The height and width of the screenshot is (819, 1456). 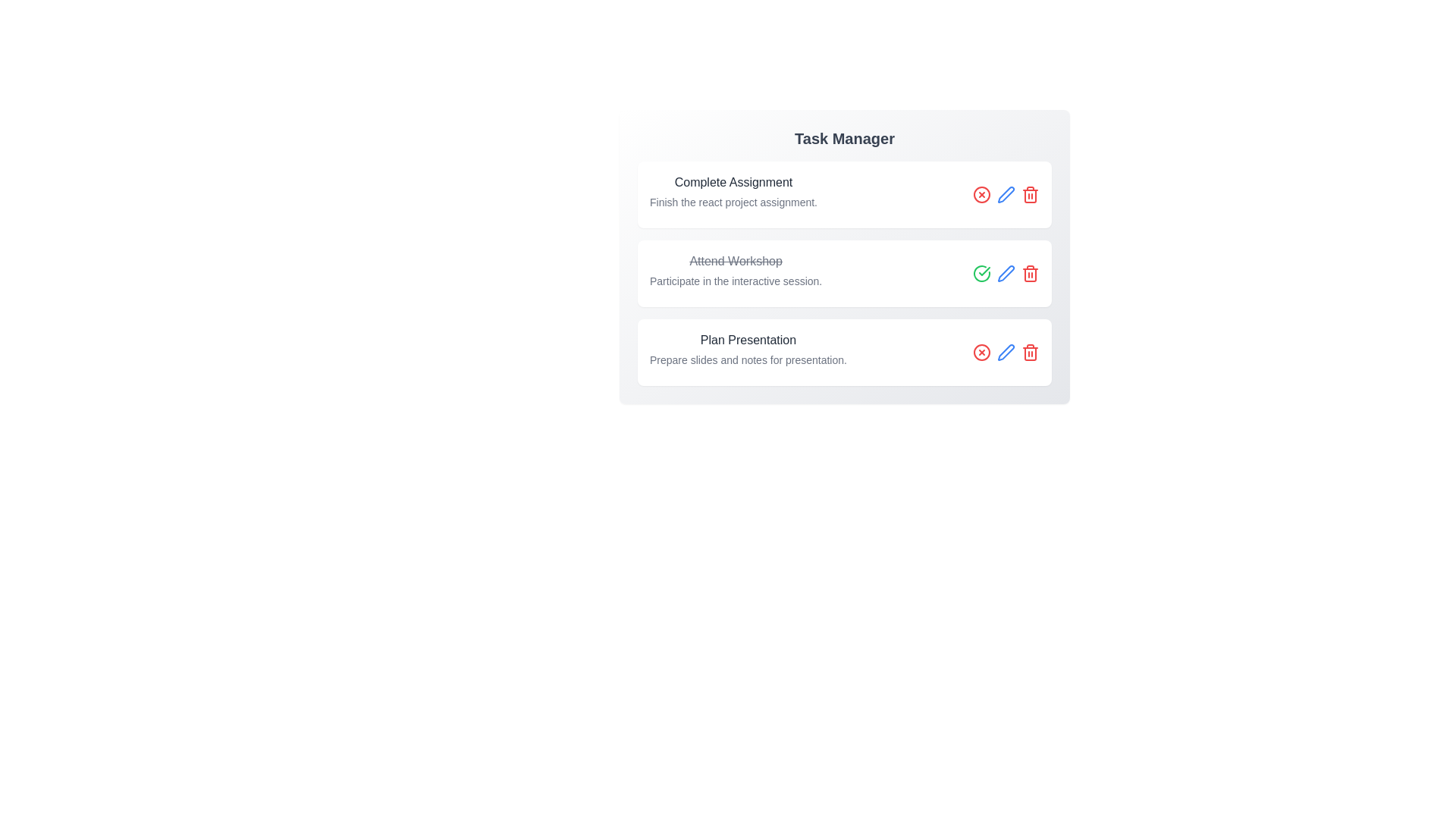 I want to click on delete button for the task titled 'Attend Workshop', so click(x=1030, y=274).